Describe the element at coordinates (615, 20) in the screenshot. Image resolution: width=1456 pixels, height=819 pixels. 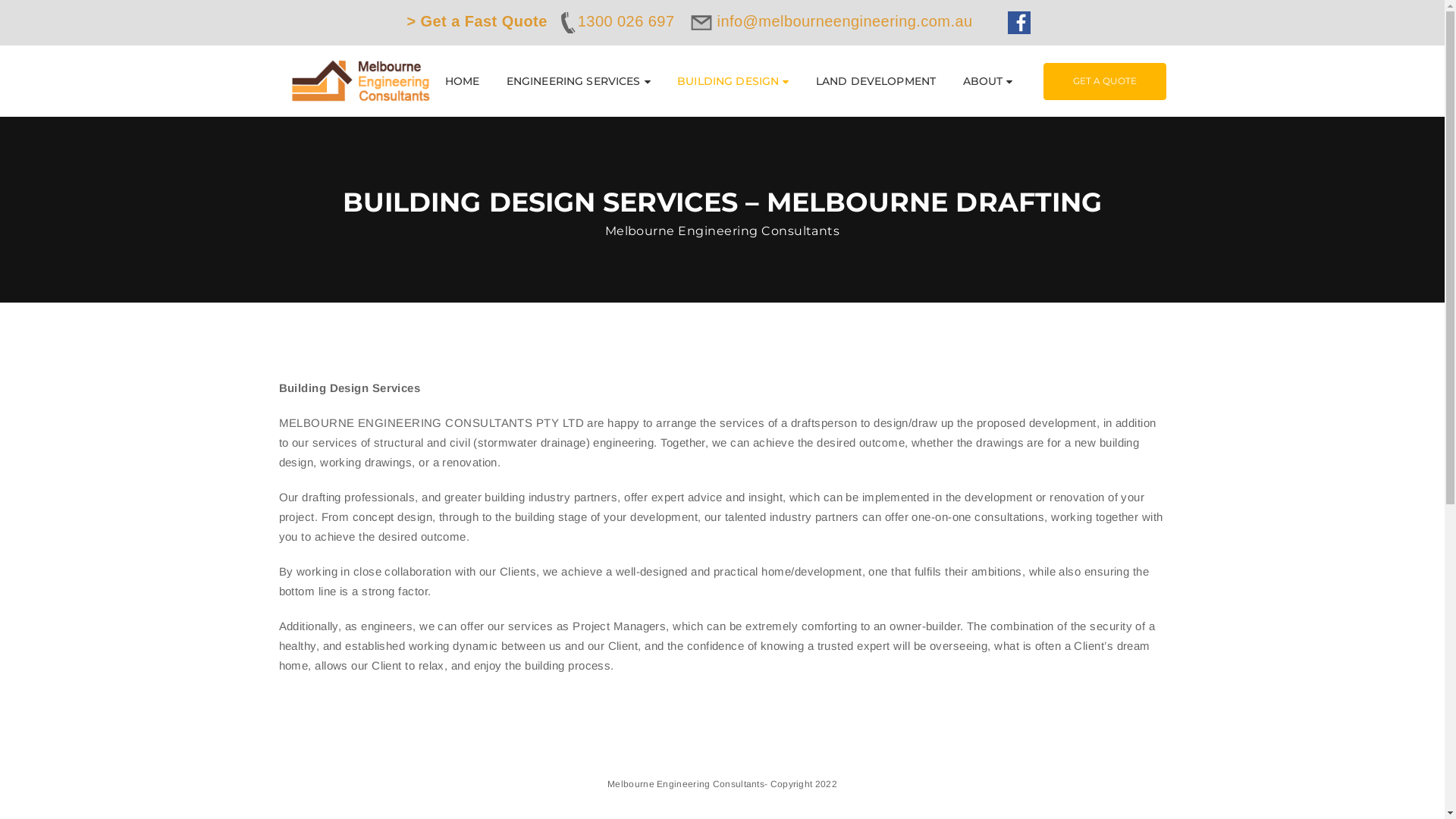
I see `'1300 026 697'` at that location.